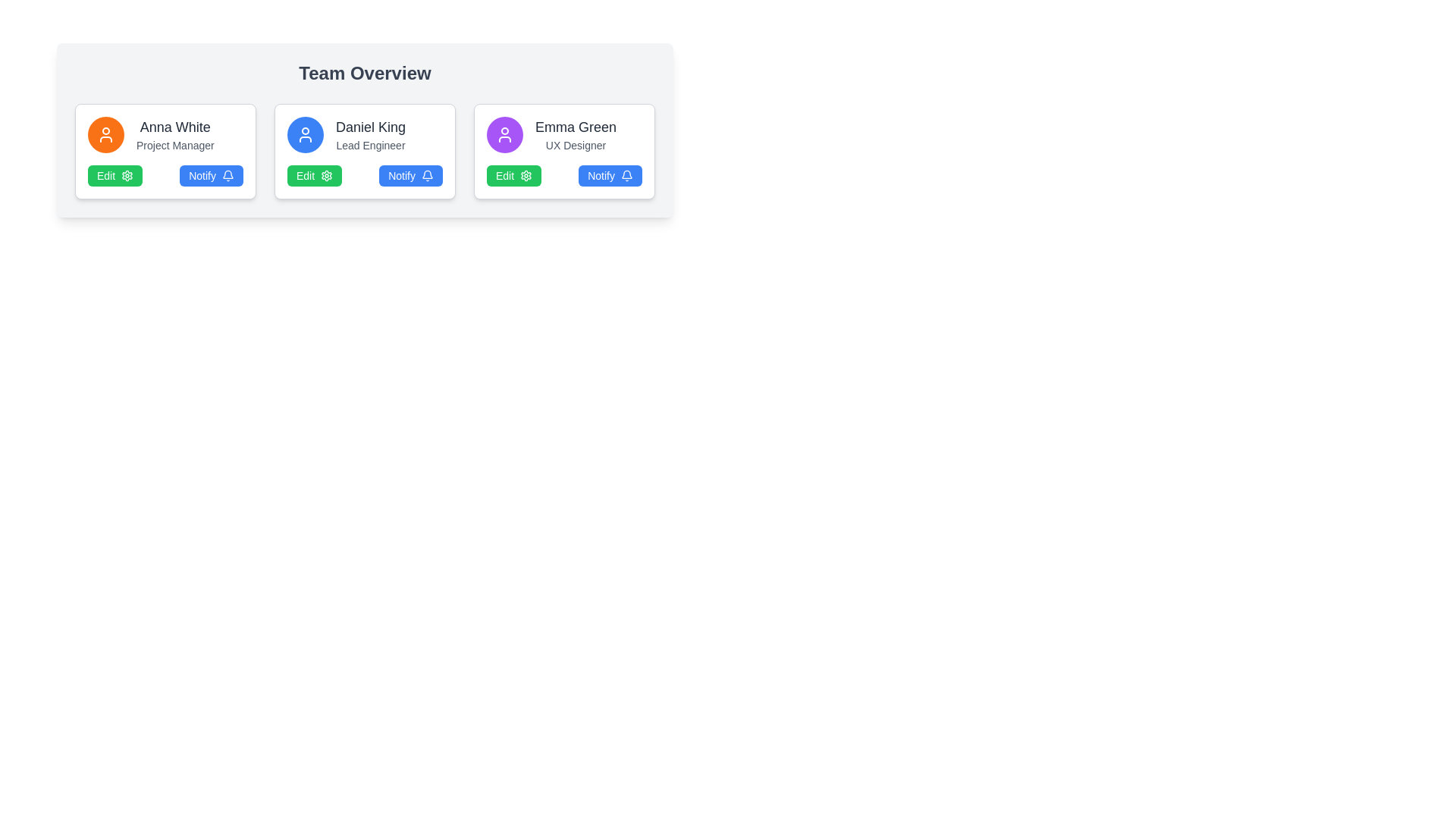 The height and width of the screenshot is (819, 1456). I want to click on 'Project Manager' label located below the 'Anna White' title within the first card of a three-card layout, so click(175, 146).